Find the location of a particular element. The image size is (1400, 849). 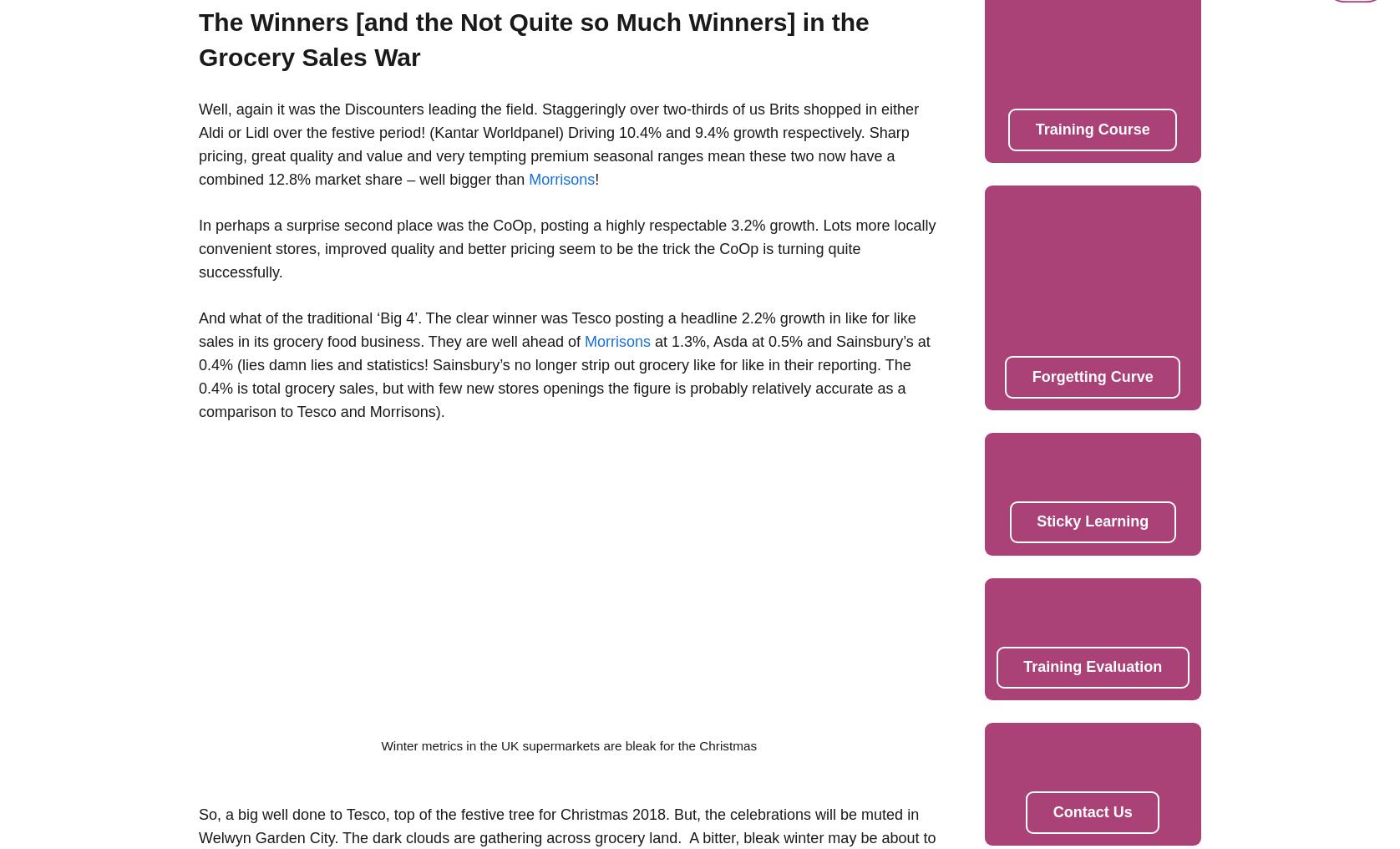

'The Winners [and the Not Quite so Much Winners] in the Grocery Sales War' is located at coordinates (533, 38).